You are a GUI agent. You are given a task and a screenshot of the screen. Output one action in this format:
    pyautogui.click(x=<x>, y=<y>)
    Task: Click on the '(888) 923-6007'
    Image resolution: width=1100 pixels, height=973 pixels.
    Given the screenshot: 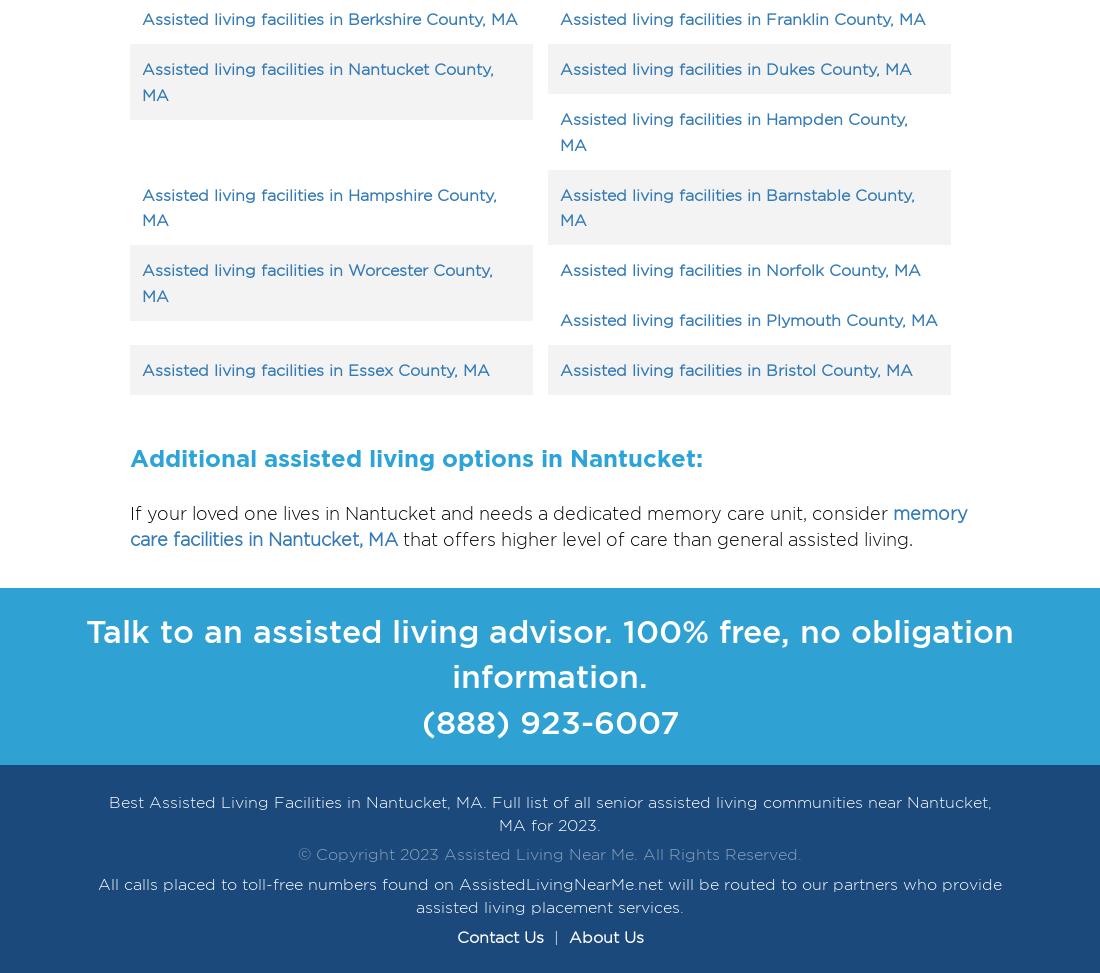 What is the action you would take?
    pyautogui.click(x=549, y=721)
    